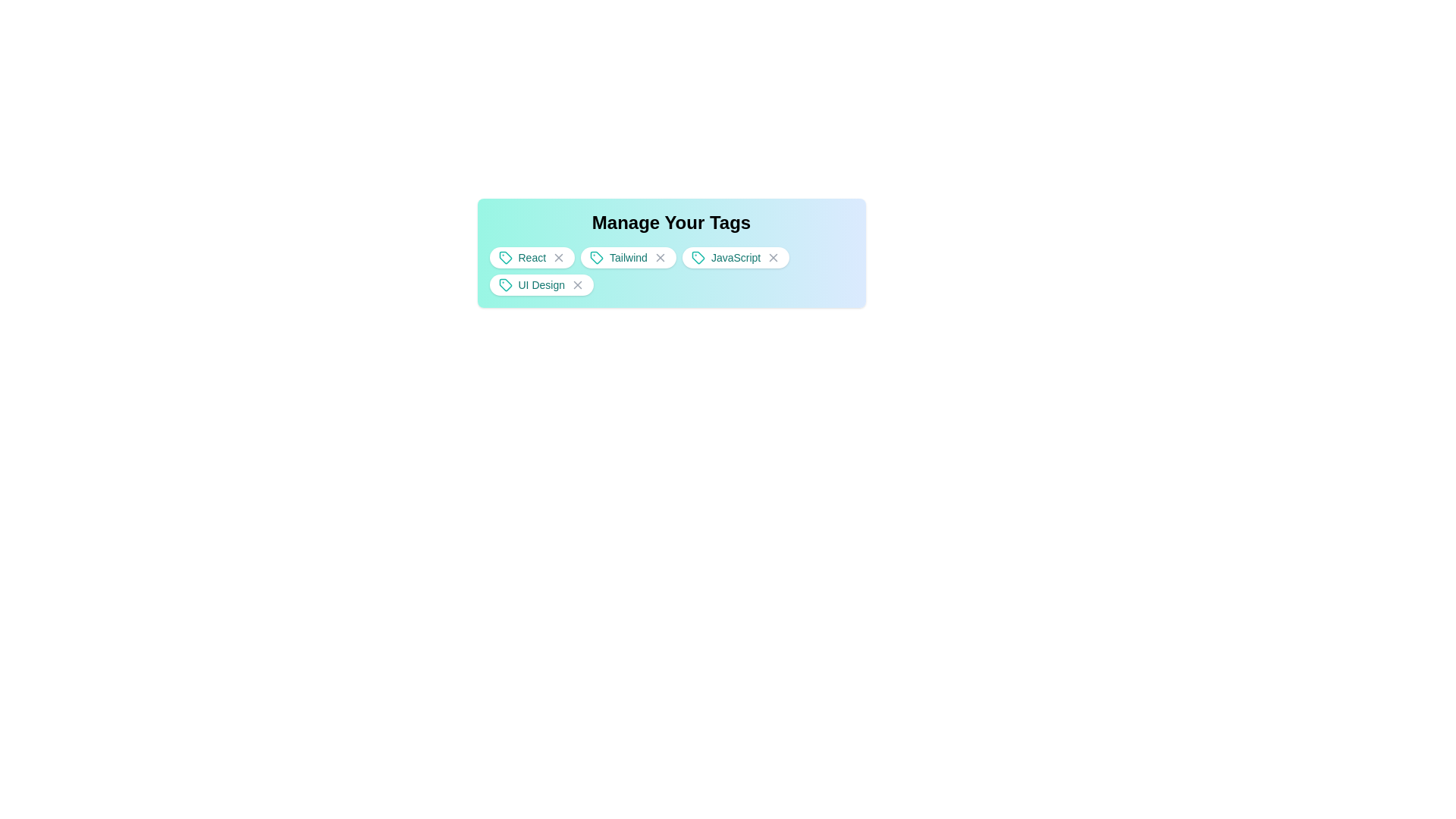  I want to click on the tag Tailwind by clicking its close button, so click(660, 256).